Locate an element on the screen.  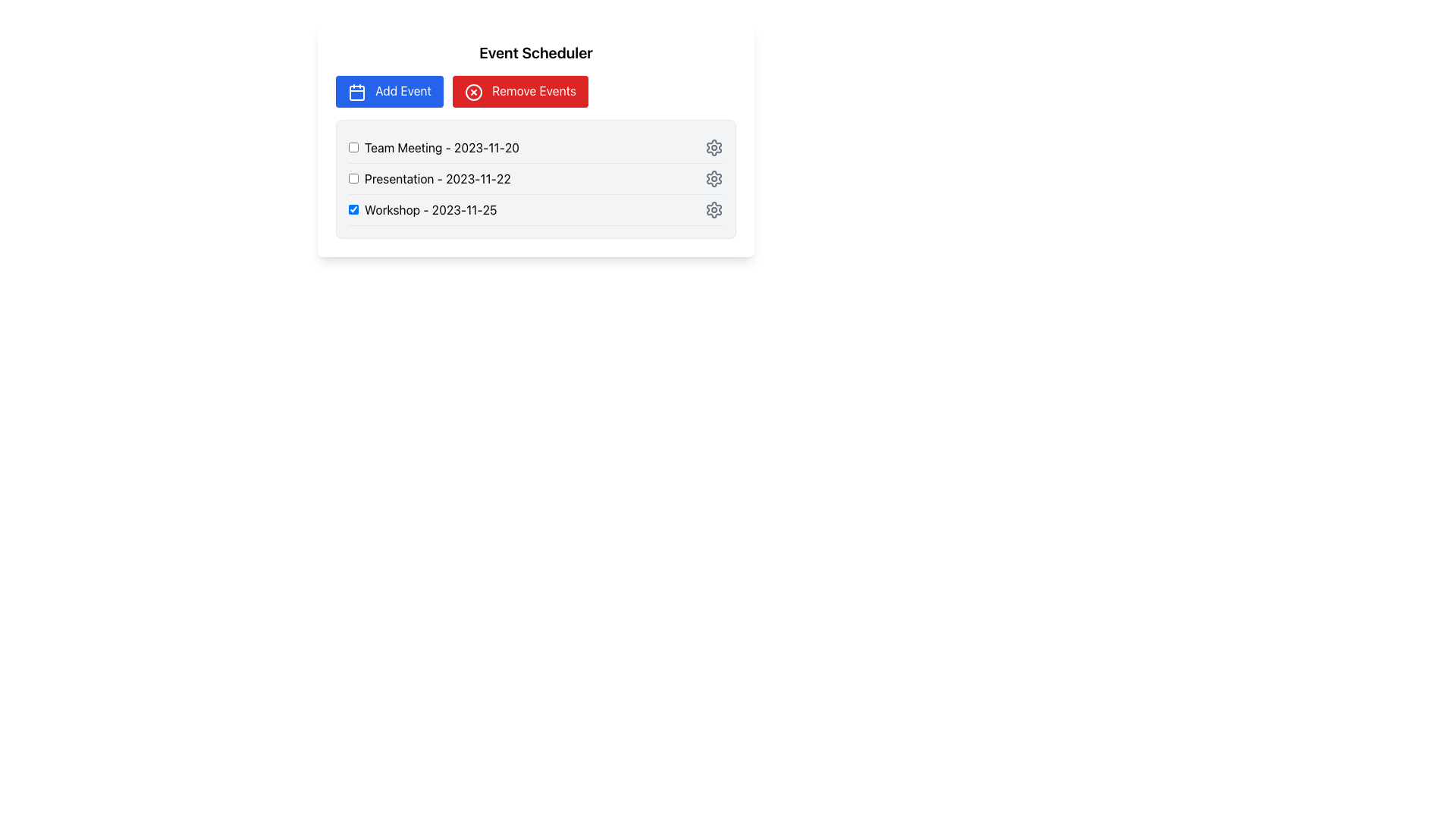
the gear-shaped settings icon located to the far right of the 'Team Meeting - 2023-11-20' text is located at coordinates (713, 146).